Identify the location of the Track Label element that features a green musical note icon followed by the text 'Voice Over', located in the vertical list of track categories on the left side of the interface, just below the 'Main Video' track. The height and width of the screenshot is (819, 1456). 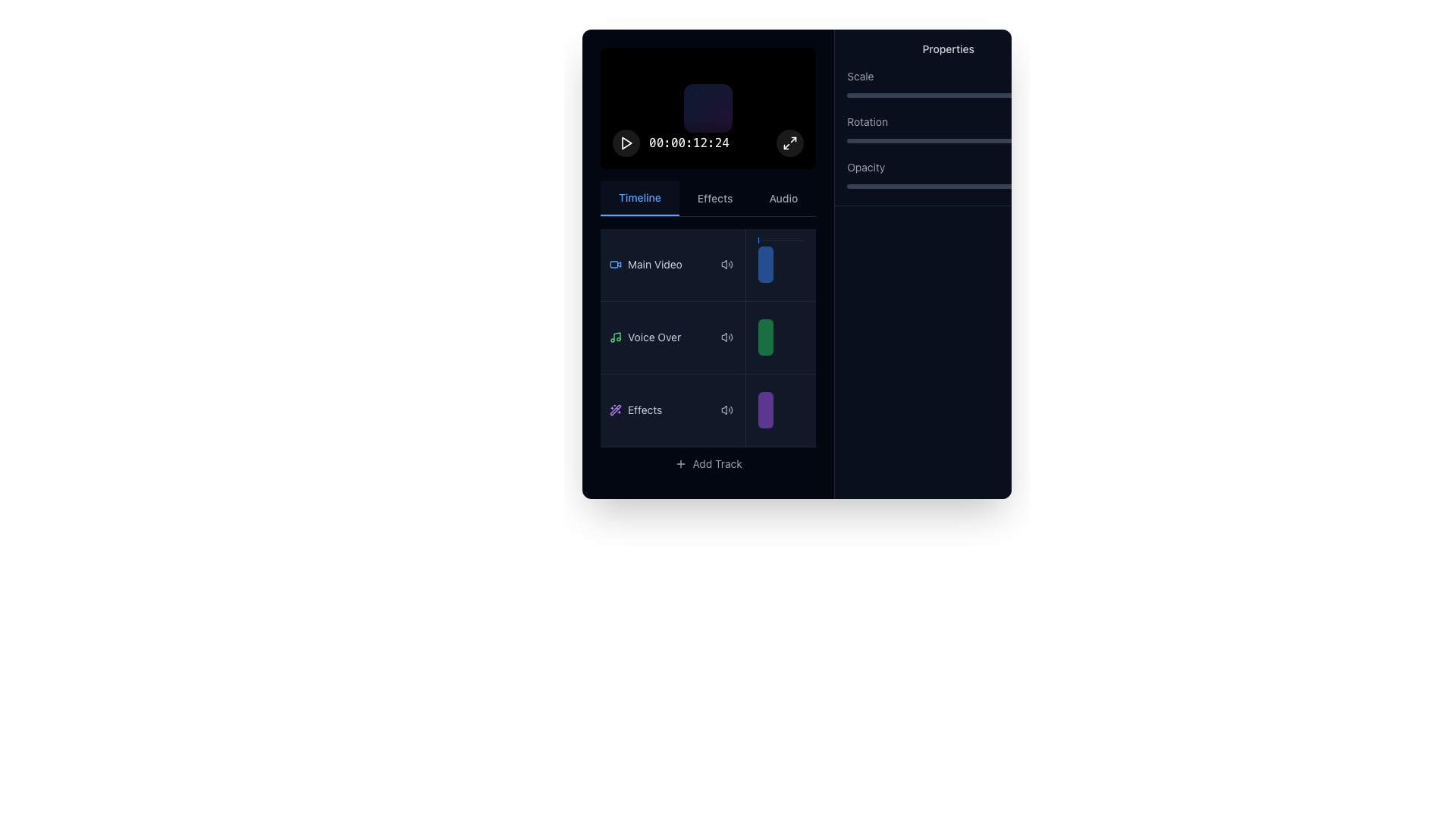
(645, 337).